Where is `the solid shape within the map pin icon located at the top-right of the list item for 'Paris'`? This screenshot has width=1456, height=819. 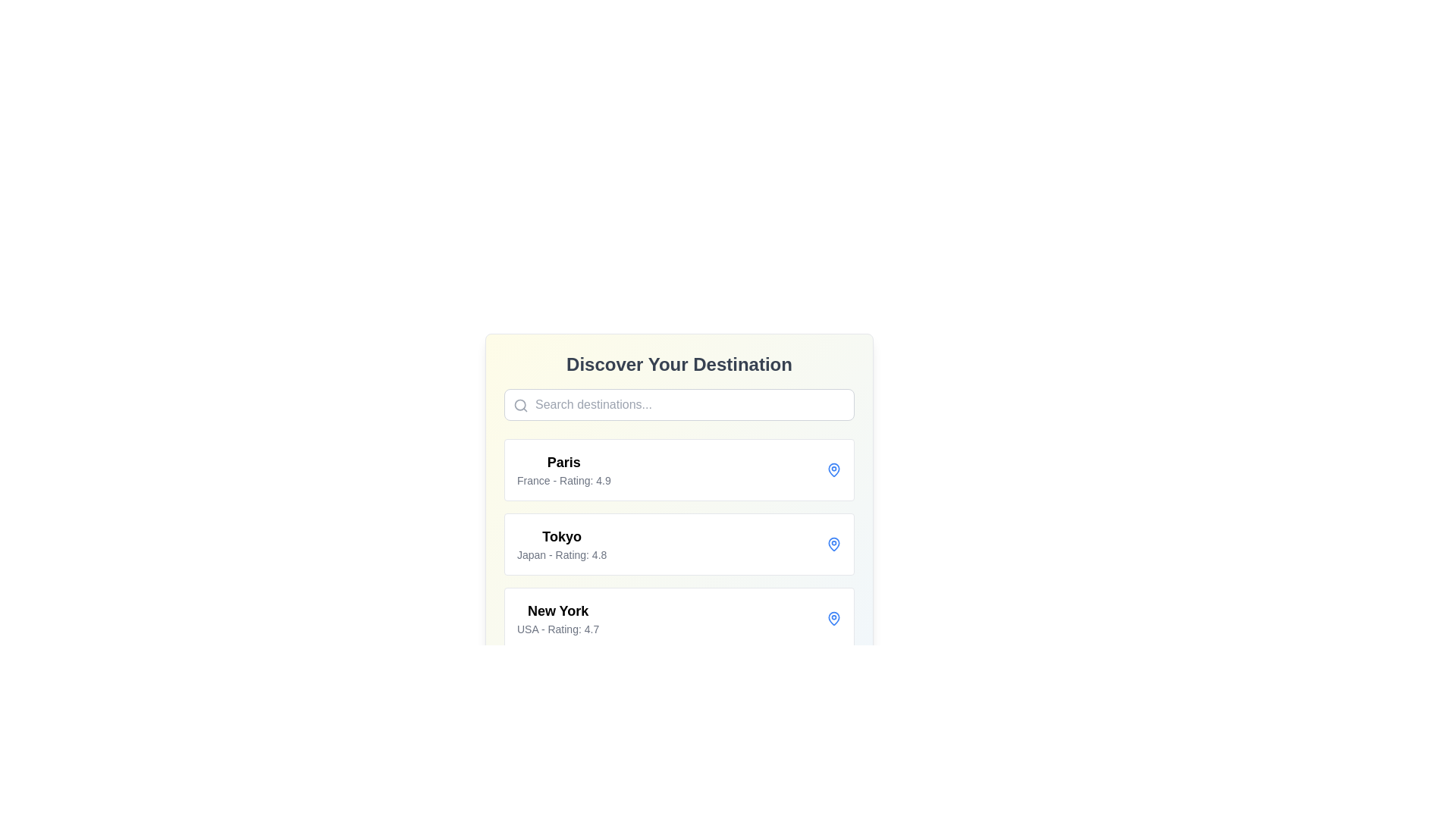 the solid shape within the map pin icon located at the top-right of the list item for 'Paris' is located at coordinates (833, 469).